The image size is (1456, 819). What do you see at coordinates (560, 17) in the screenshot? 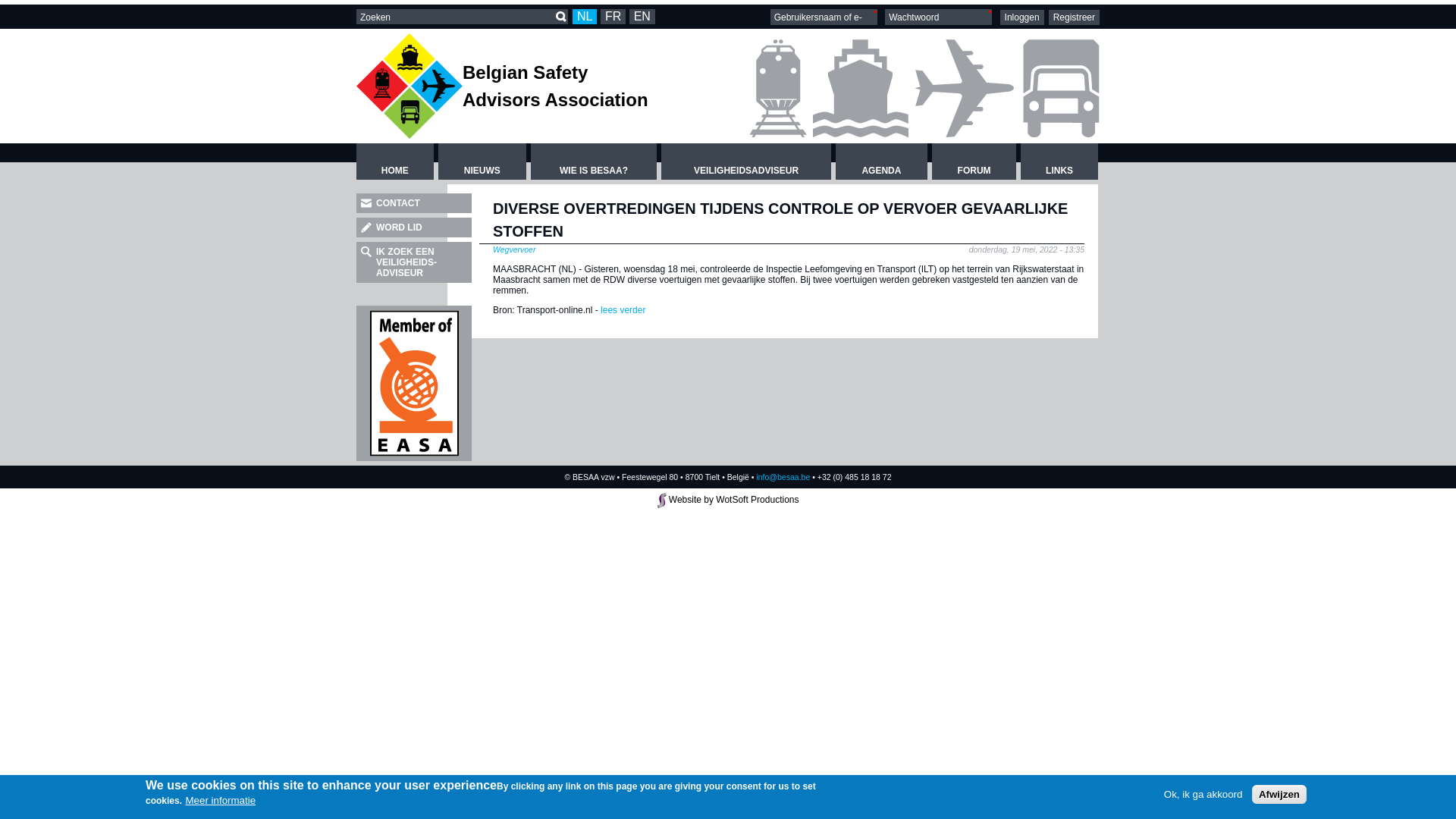
I see `'Zoeken'` at bounding box center [560, 17].